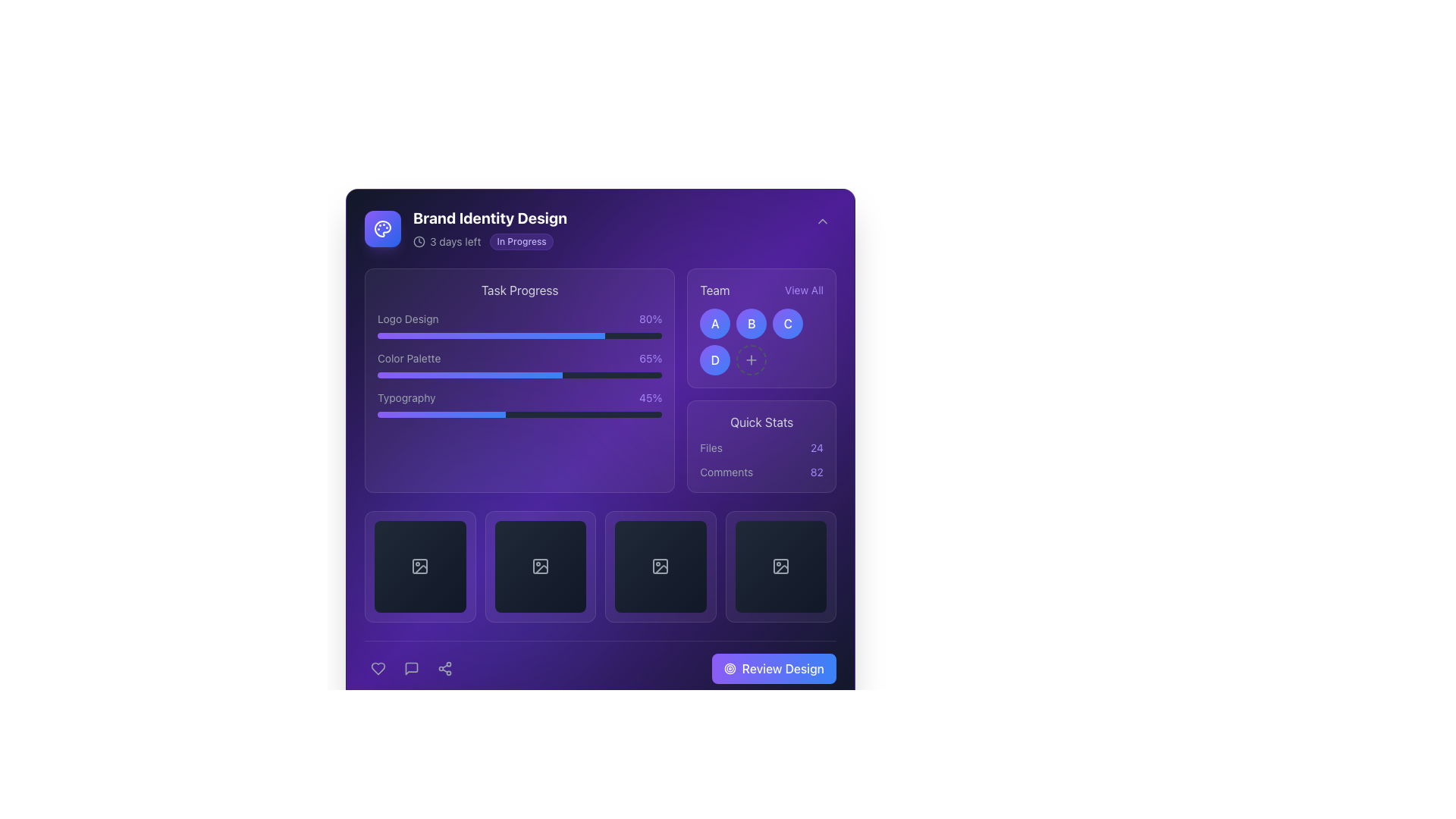 Image resolution: width=1456 pixels, height=819 pixels. I want to click on the sharing icon, which is a vector icon shaped like three interconnected circles forming a triangular arrangement, located at the bottom-center of the interface, so click(444, 667).